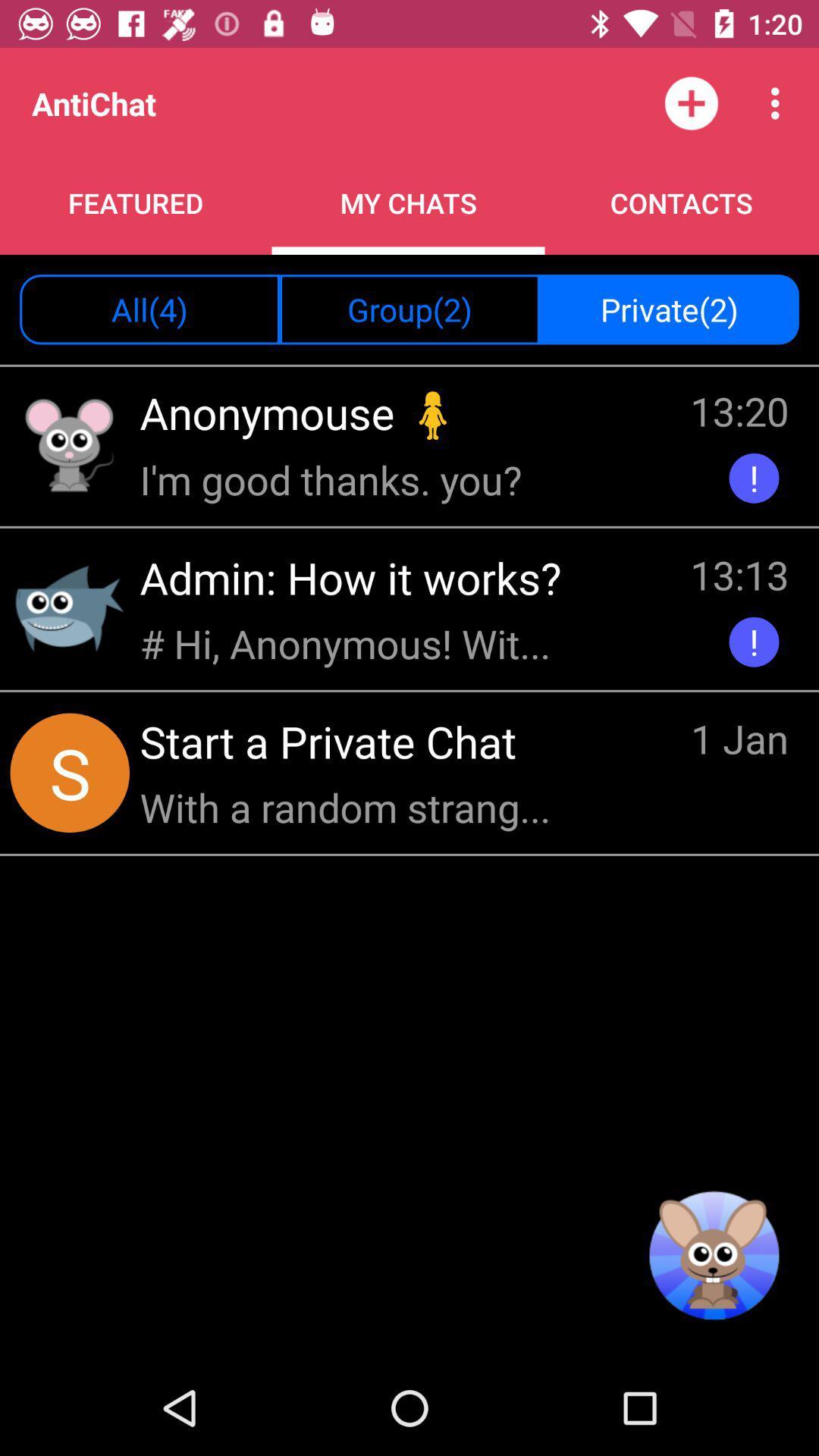 This screenshot has height=1456, width=819. I want to click on icon next to group(2) item, so click(668, 309).